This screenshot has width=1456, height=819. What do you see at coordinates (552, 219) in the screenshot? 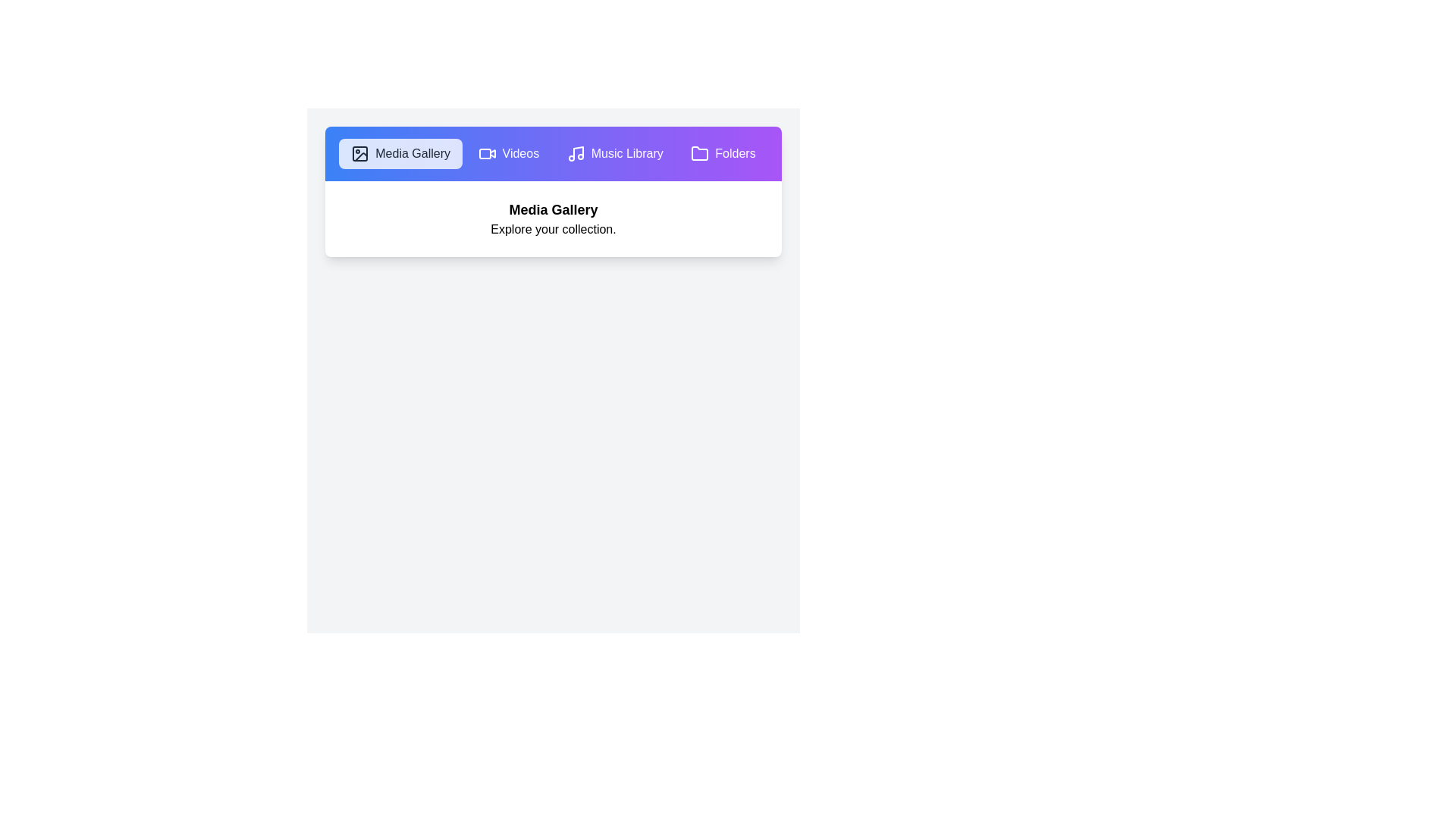
I see `the informational text block displaying 'Media Gallery' and 'Explore your collection.' which is centered below the navigation bar` at bounding box center [552, 219].